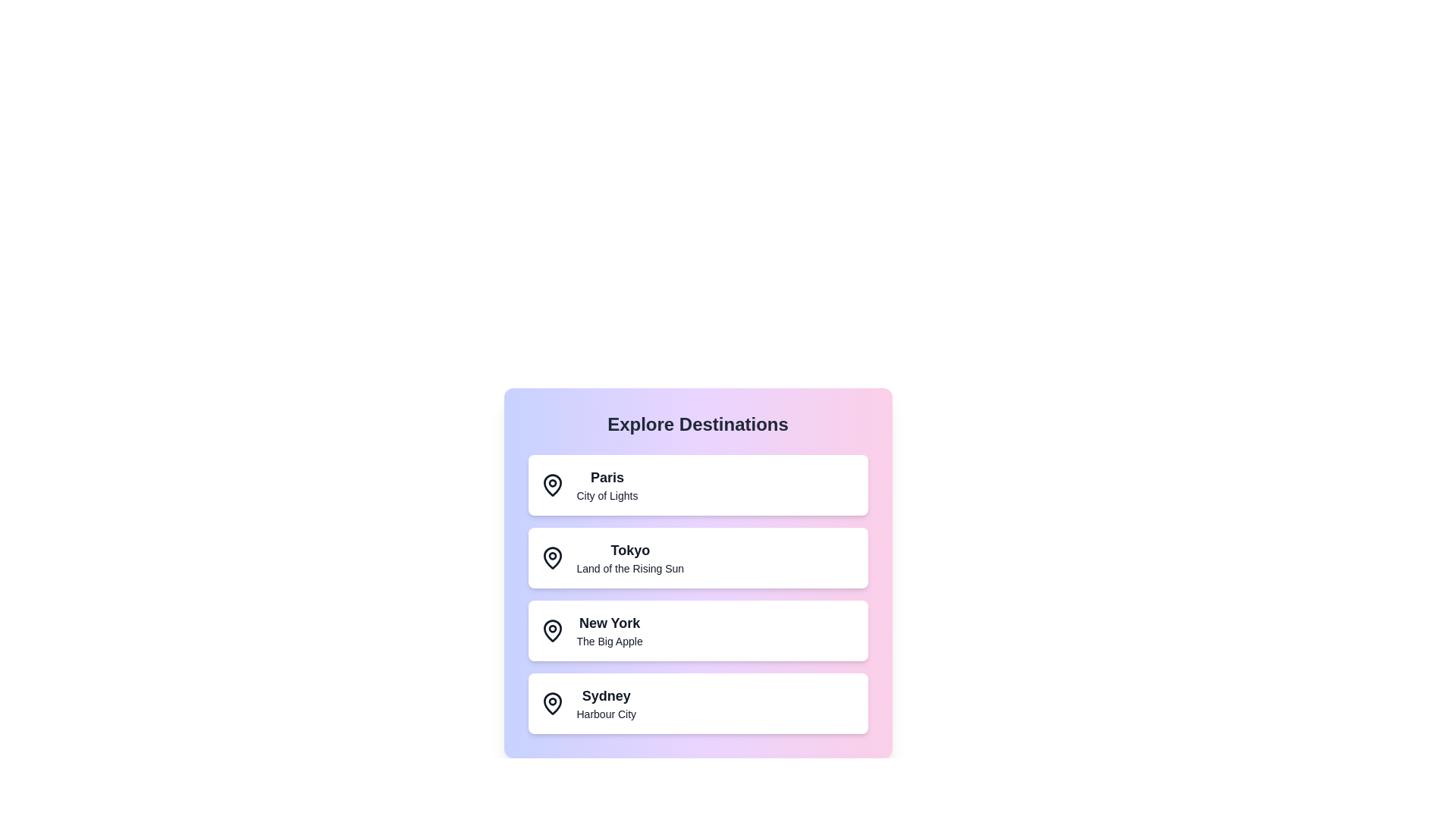 This screenshot has height=819, width=1456. Describe the element at coordinates (697, 704) in the screenshot. I see `the destination panel corresponding to Sydney` at that location.